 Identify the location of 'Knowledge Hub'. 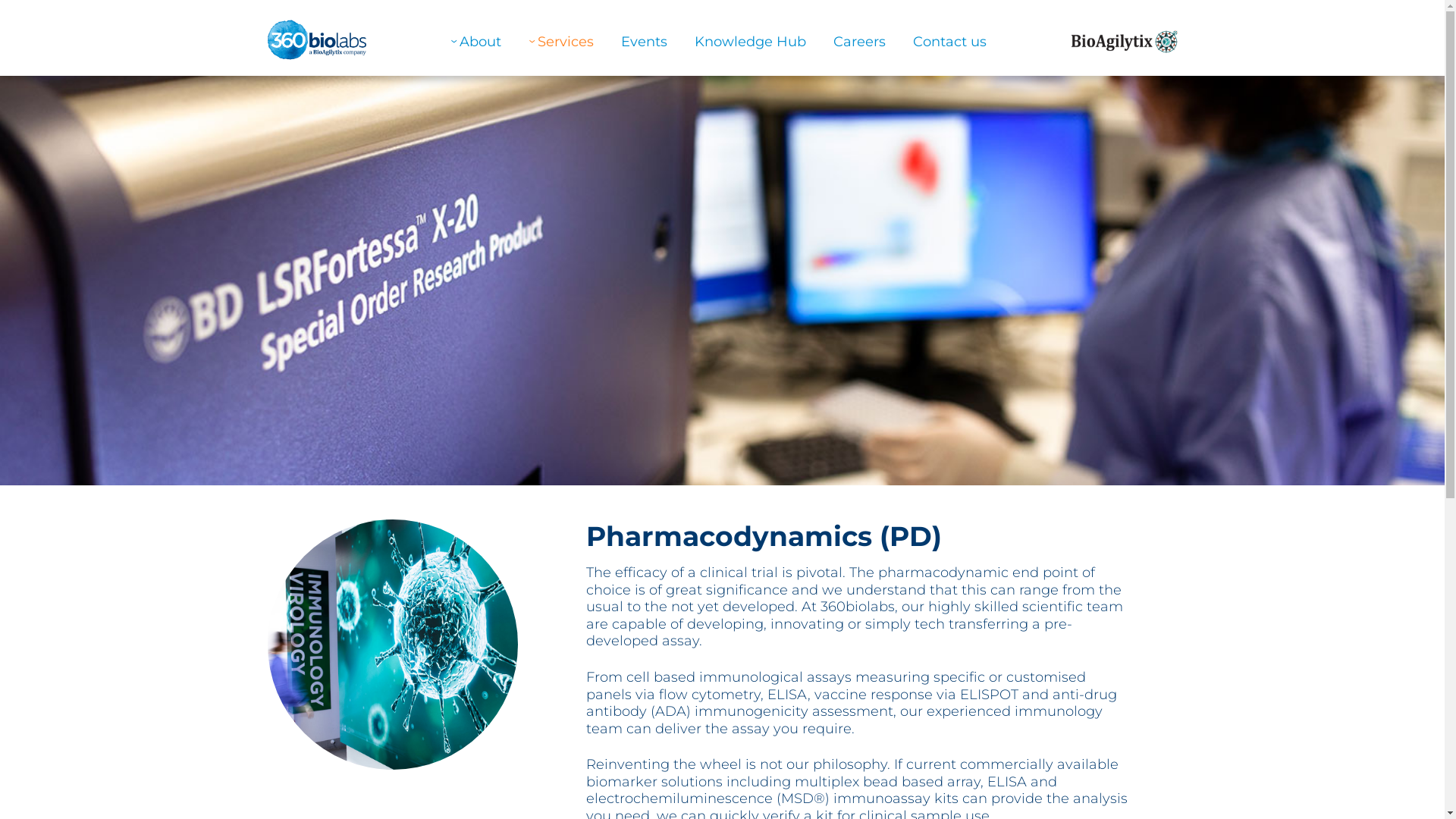
(750, 40).